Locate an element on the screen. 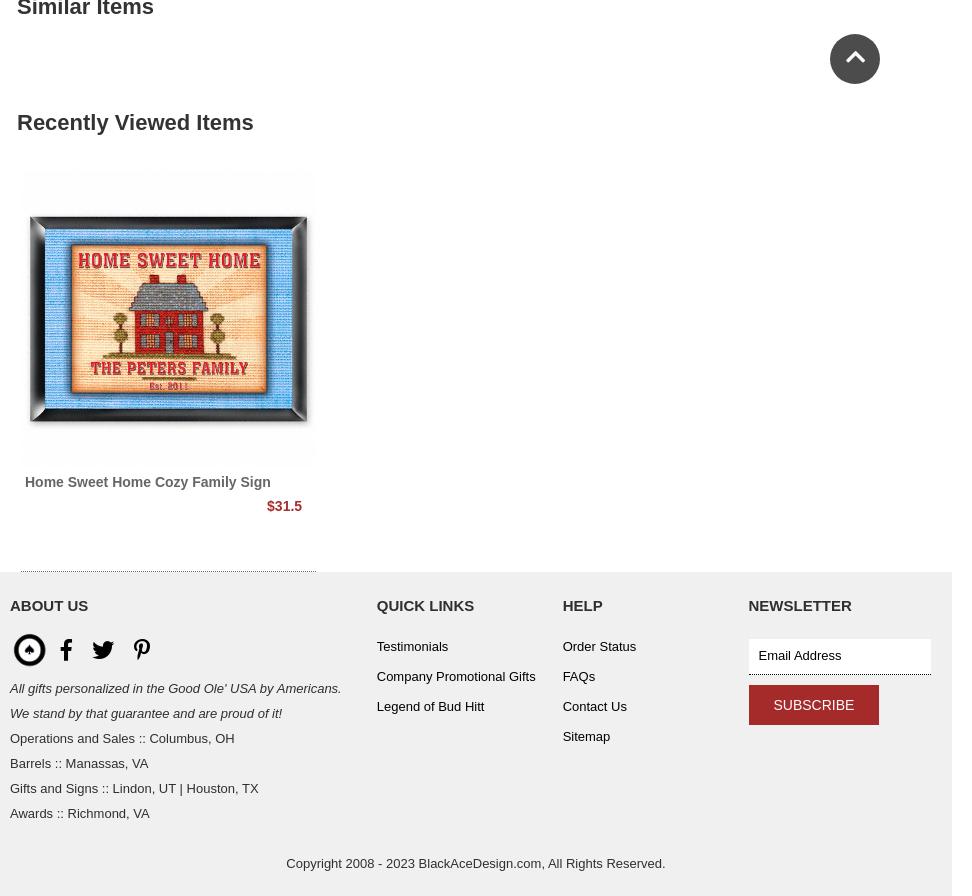 This screenshot has height=896, width=972. 'Gifts and Signs :: Lindon, UT | Houston, TX' is located at coordinates (134, 788).